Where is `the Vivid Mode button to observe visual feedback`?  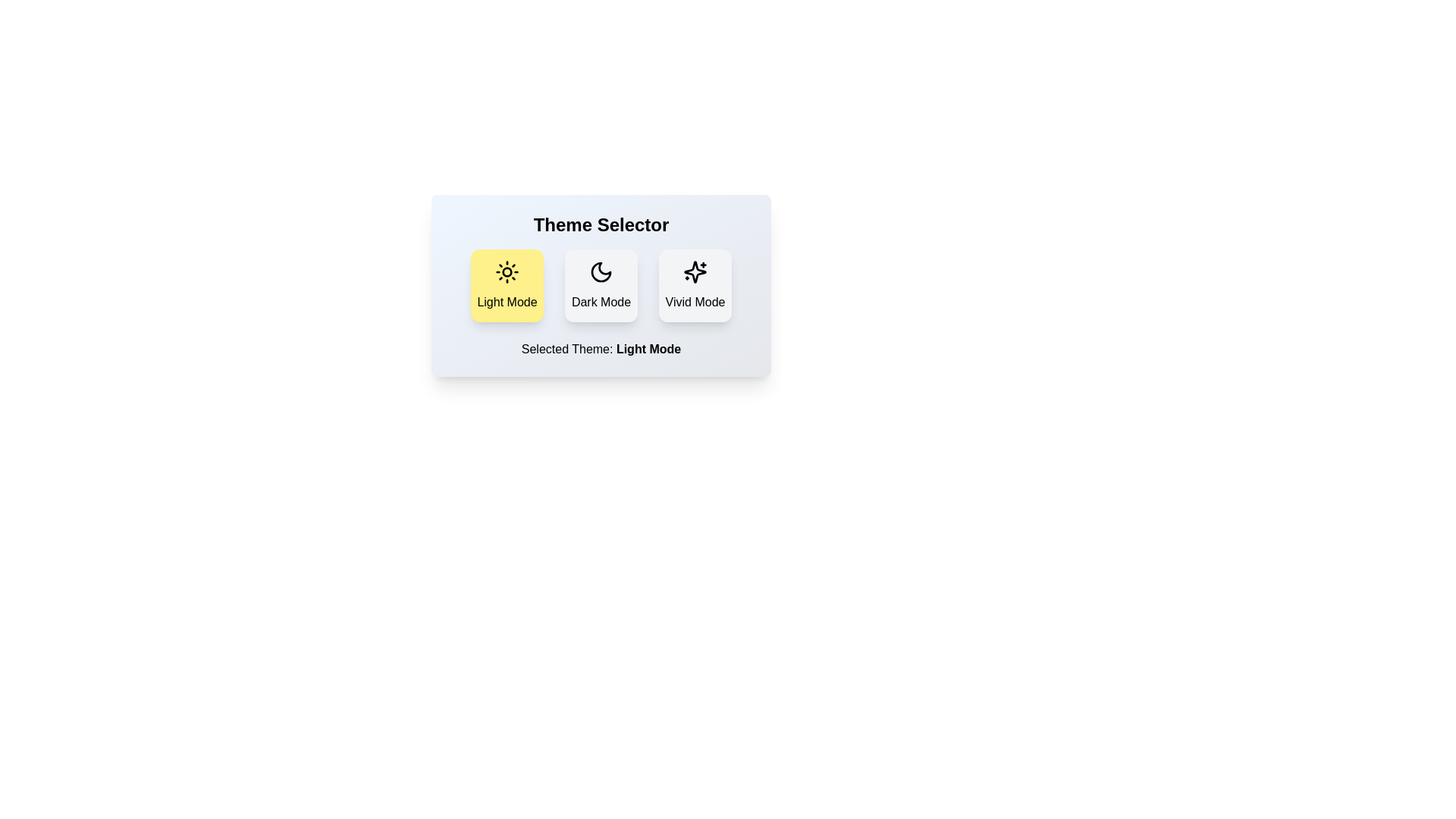 the Vivid Mode button to observe visual feedback is located at coordinates (694, 286).